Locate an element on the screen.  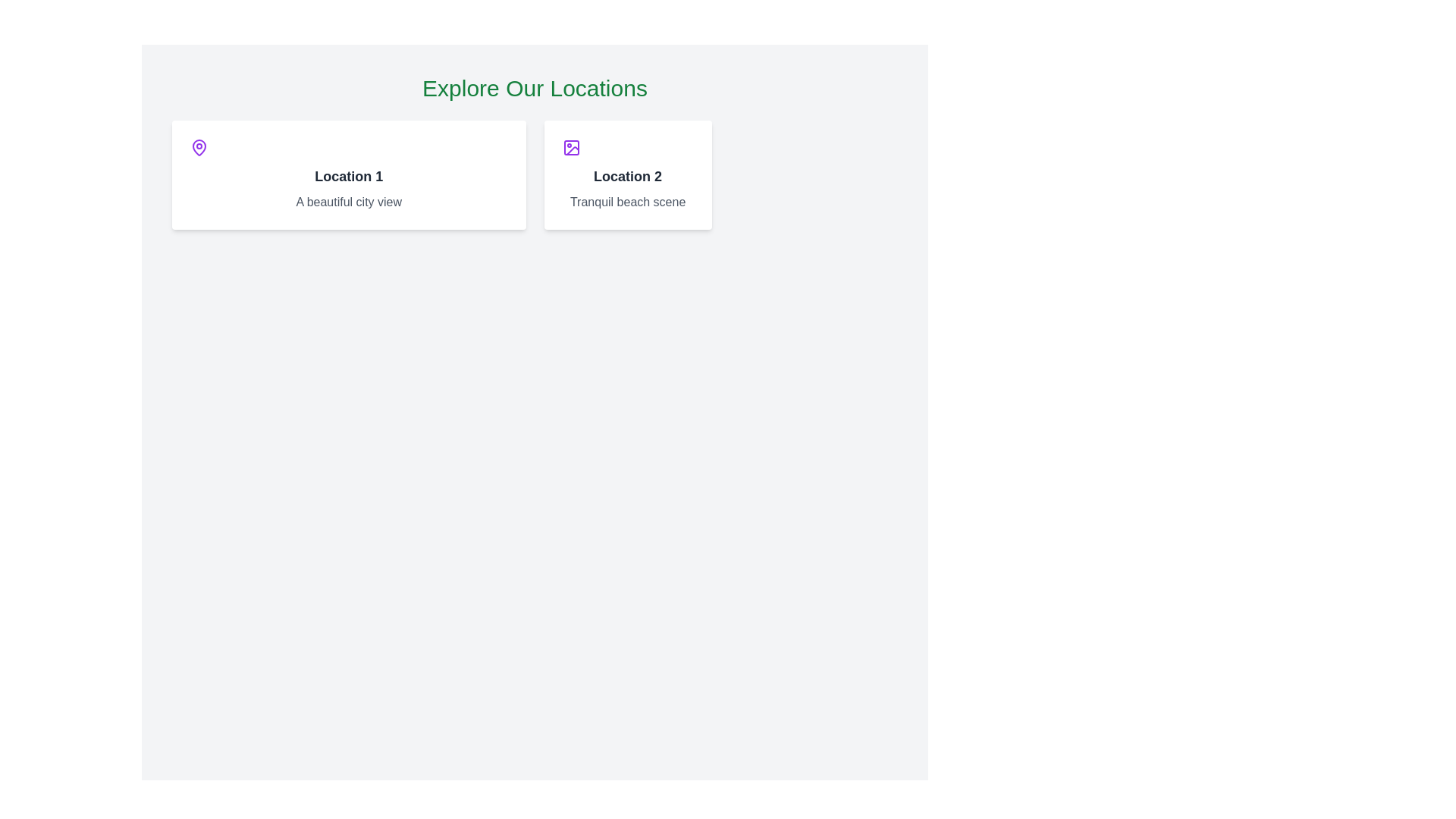
bold, dark gray text display element that says 'Location 2', which is prominently styled and positioned in the upper-central portion of the second card above the subheading 'Tranquil beach scene' is located at coordinates (628, 175).